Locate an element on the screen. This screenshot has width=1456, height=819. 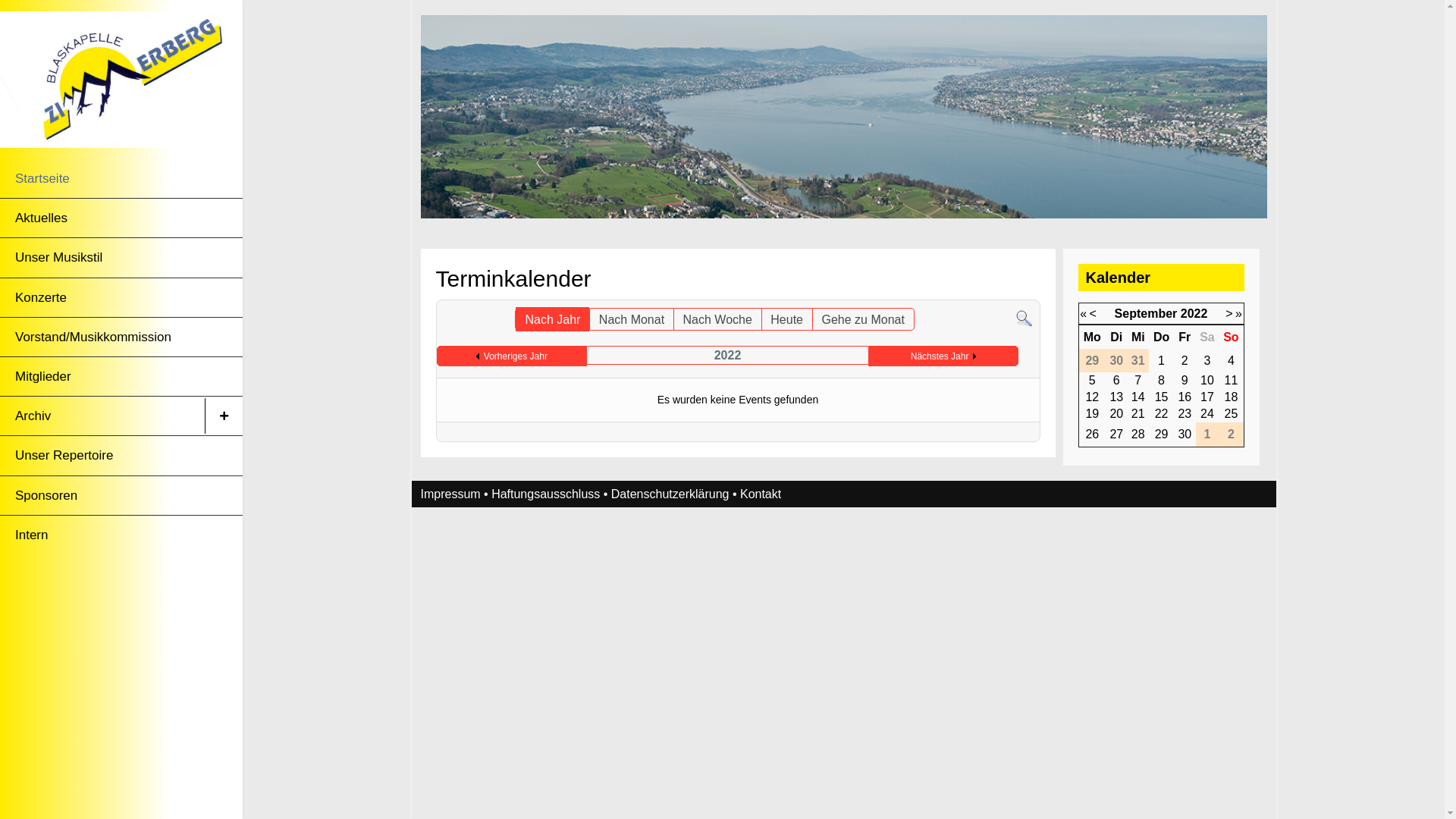
'5' is located at coordinates (1092, 379).